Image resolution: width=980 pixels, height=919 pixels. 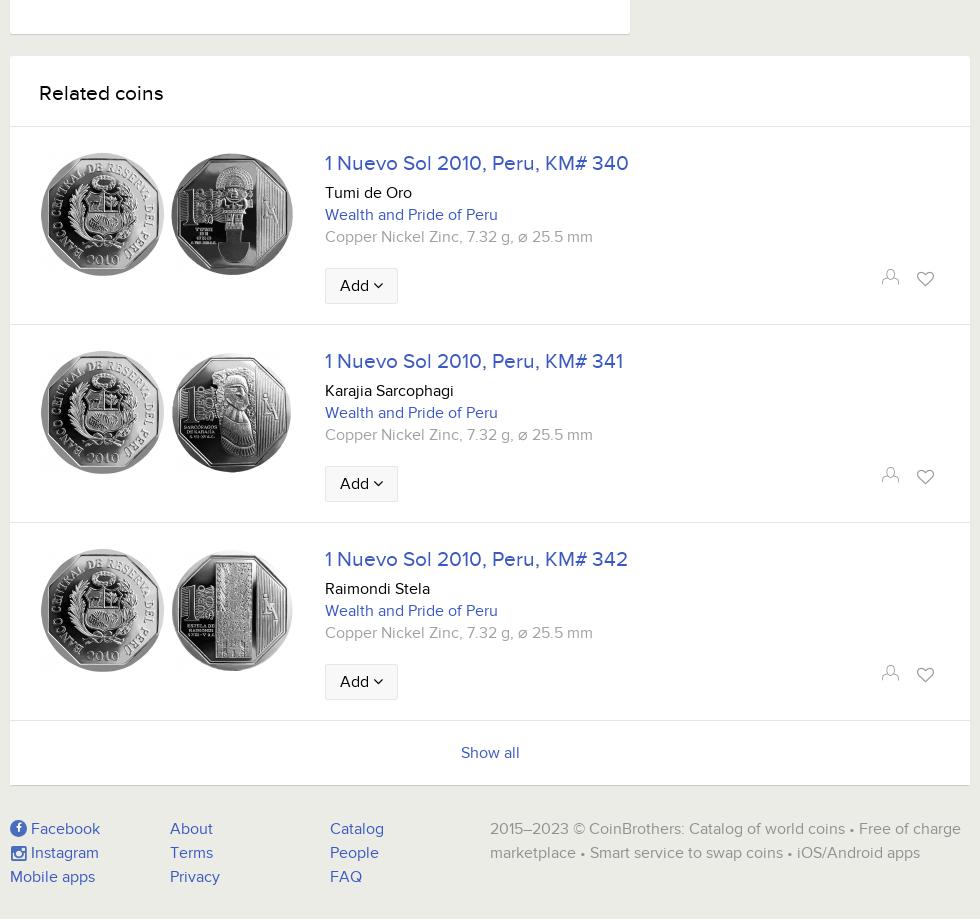 I want to click on 'Karajia Sarcophagi', so click(x=389, y=391).